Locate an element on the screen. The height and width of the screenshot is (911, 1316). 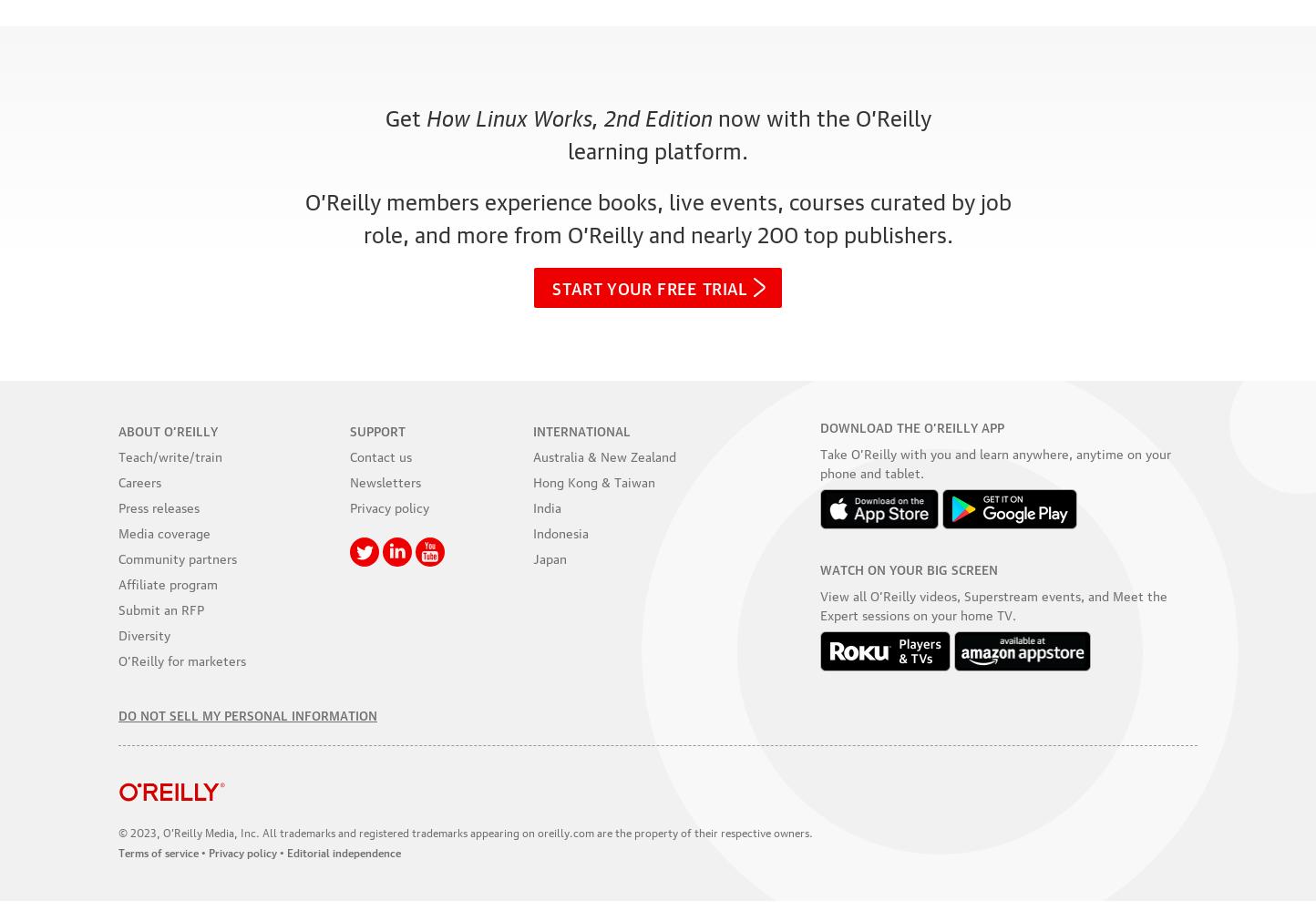
'About O’Reilly' is located at coordinates (118, 428).